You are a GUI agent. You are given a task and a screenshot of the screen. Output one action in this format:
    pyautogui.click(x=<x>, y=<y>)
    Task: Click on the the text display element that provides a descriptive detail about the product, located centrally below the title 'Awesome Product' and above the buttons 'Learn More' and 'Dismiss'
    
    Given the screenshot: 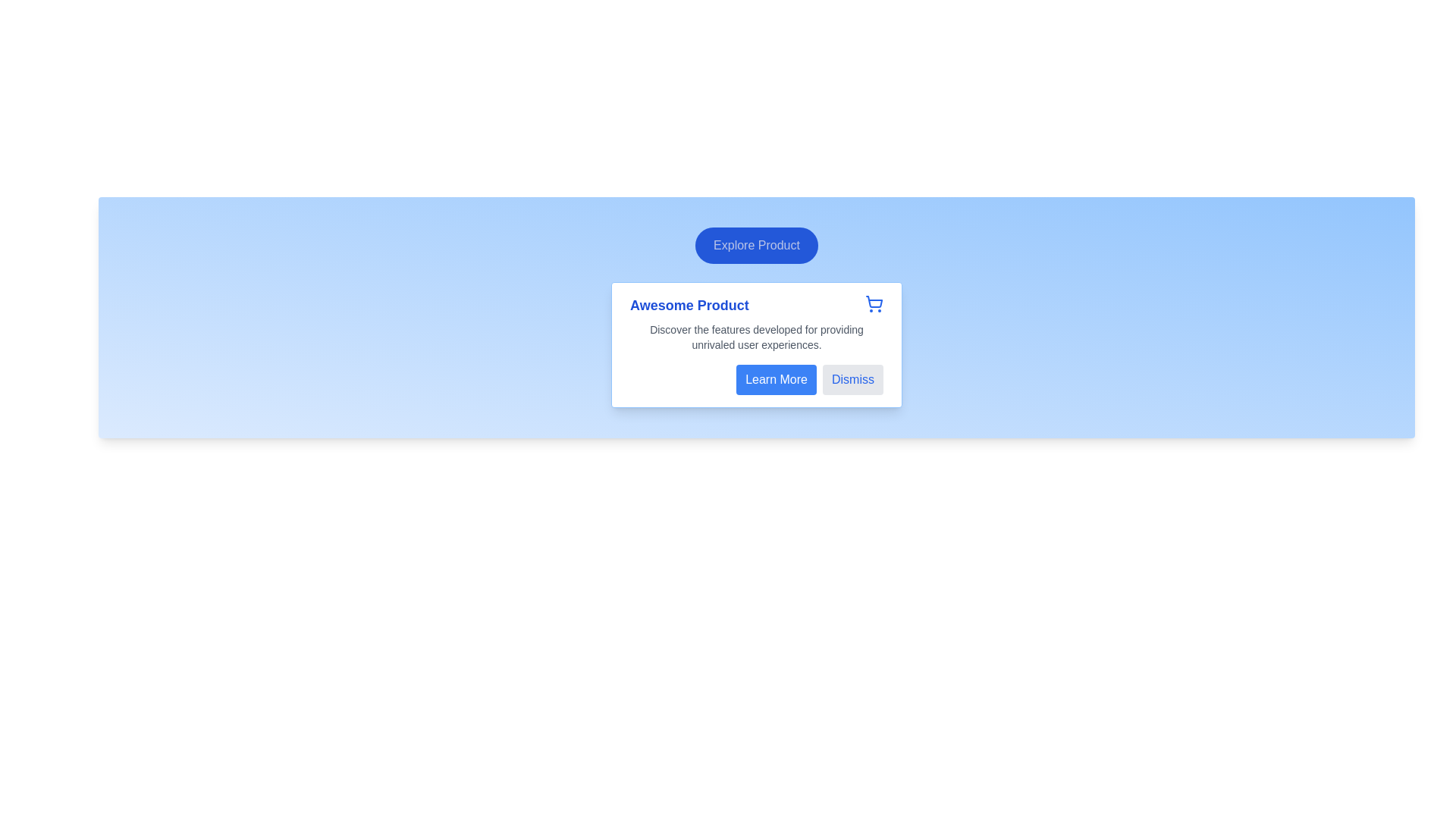 What is the action you would take?
    pyautogui.click(x=757, y=336)
    